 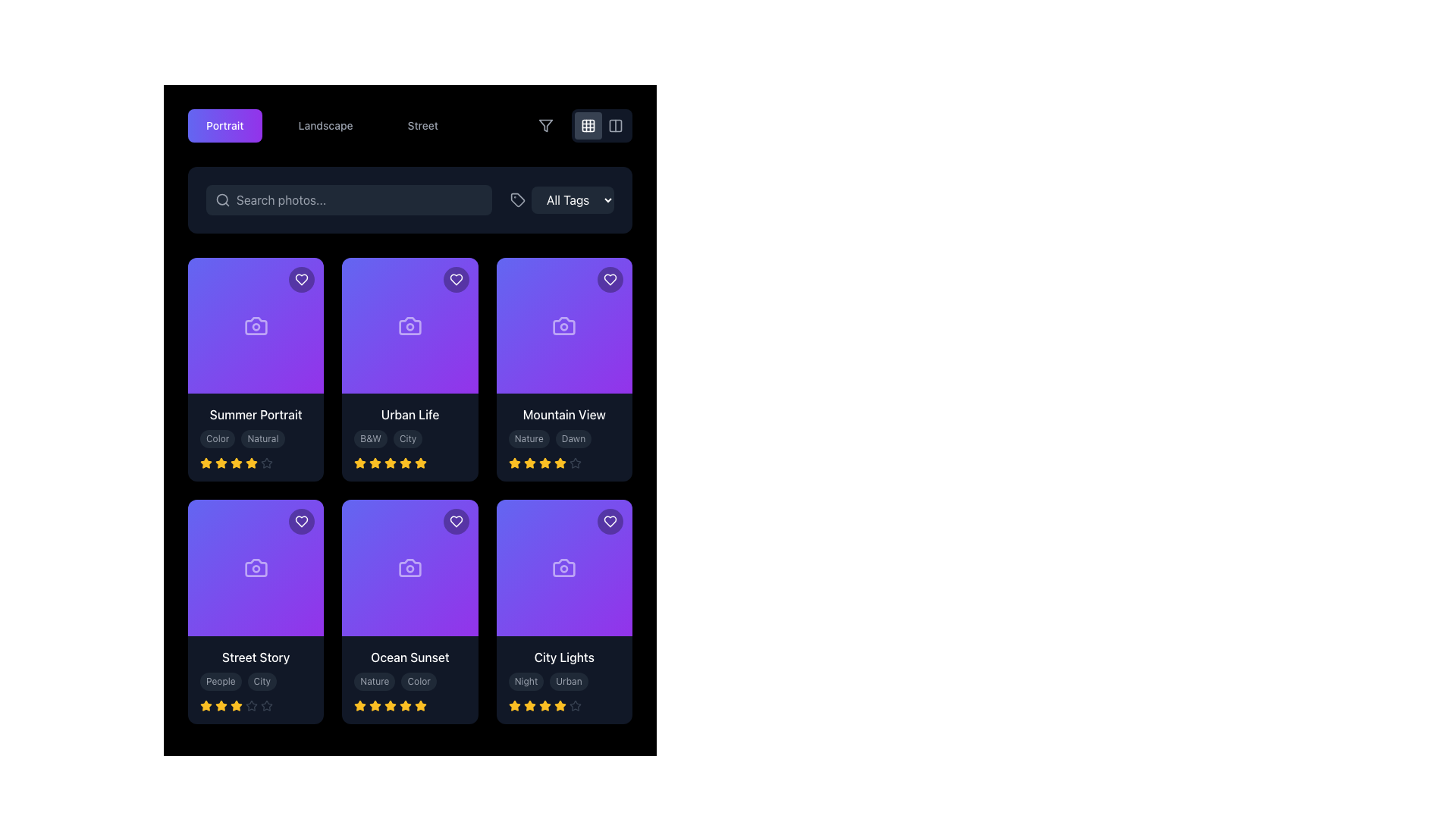 What do you see at coordinates (375, 463) in the screenshot?
I see `the filled yellow star icon, which is the fourth star in the five-star rating set for the 'Urban Life' card located in the second column of the first row` at bounding box center [375, 463].